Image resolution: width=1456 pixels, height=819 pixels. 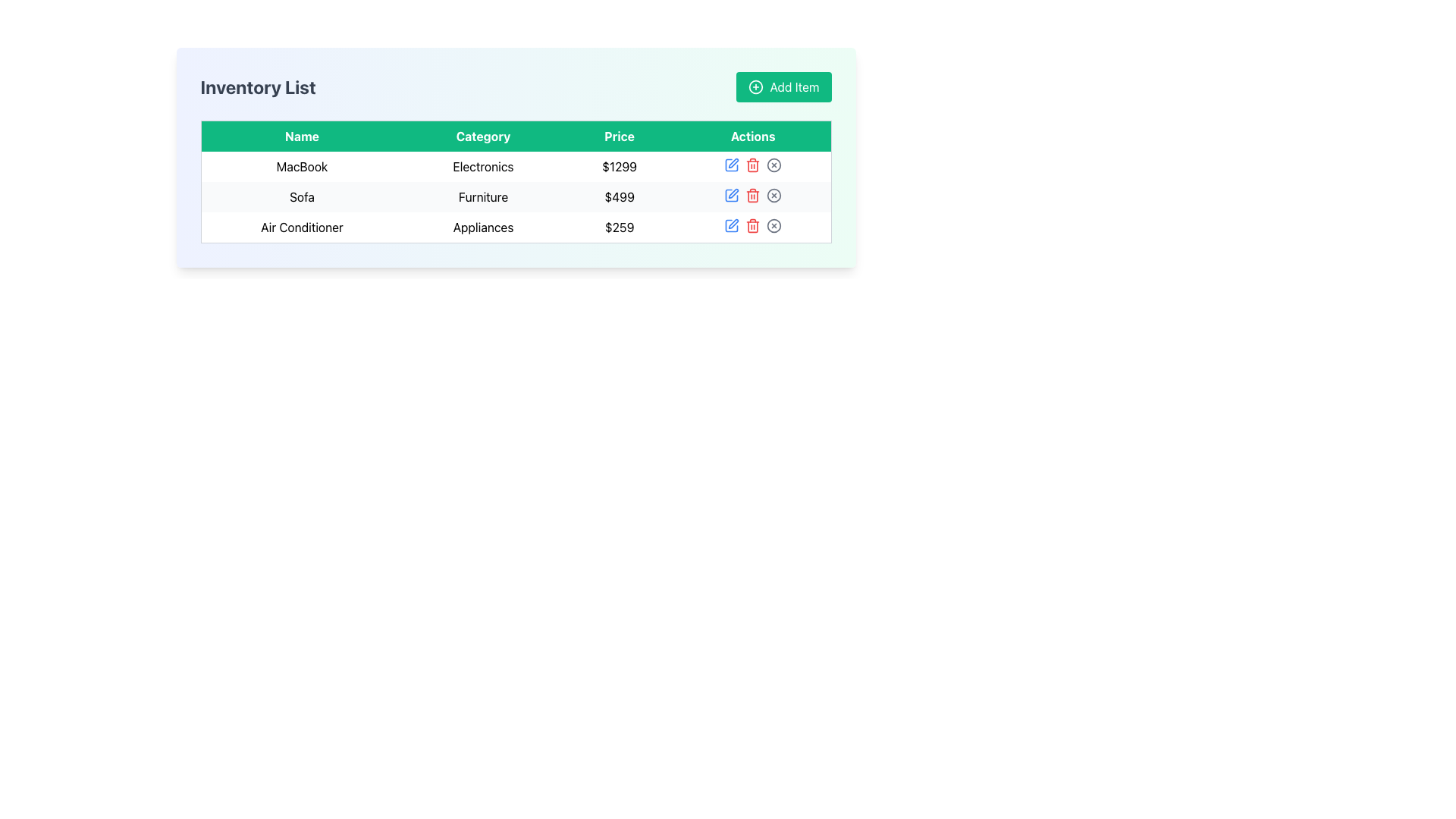 What do you see at coordinates (732, 225) in the screenshot?
I see `the edit icon representing the ability to modify the 'Appliances' row in the actions column of the table` at bounding box center [732, 225].